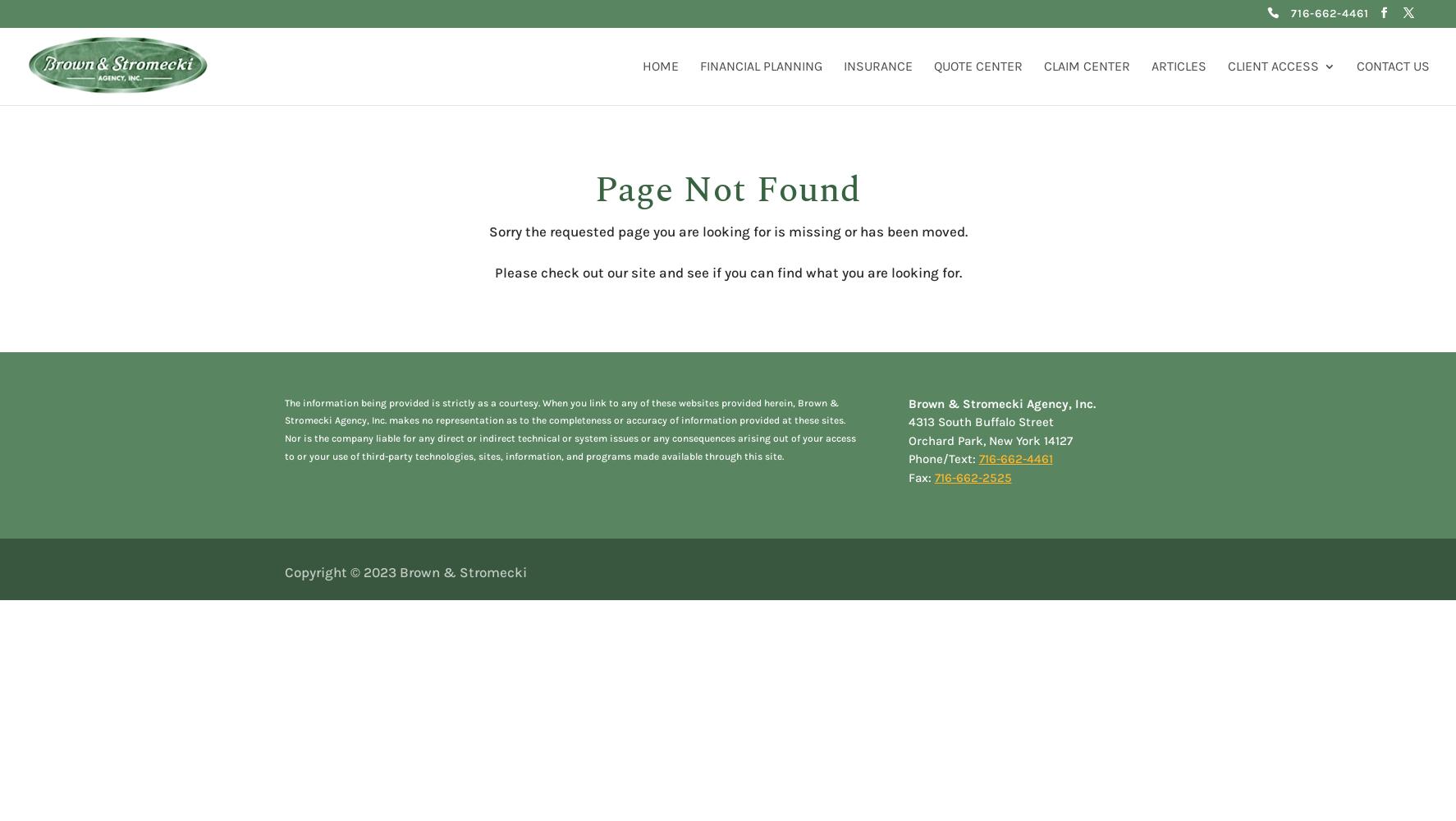  Describe the element at coordinates (1178, 65) in the screenshot. I see `'Articles'` at that location.